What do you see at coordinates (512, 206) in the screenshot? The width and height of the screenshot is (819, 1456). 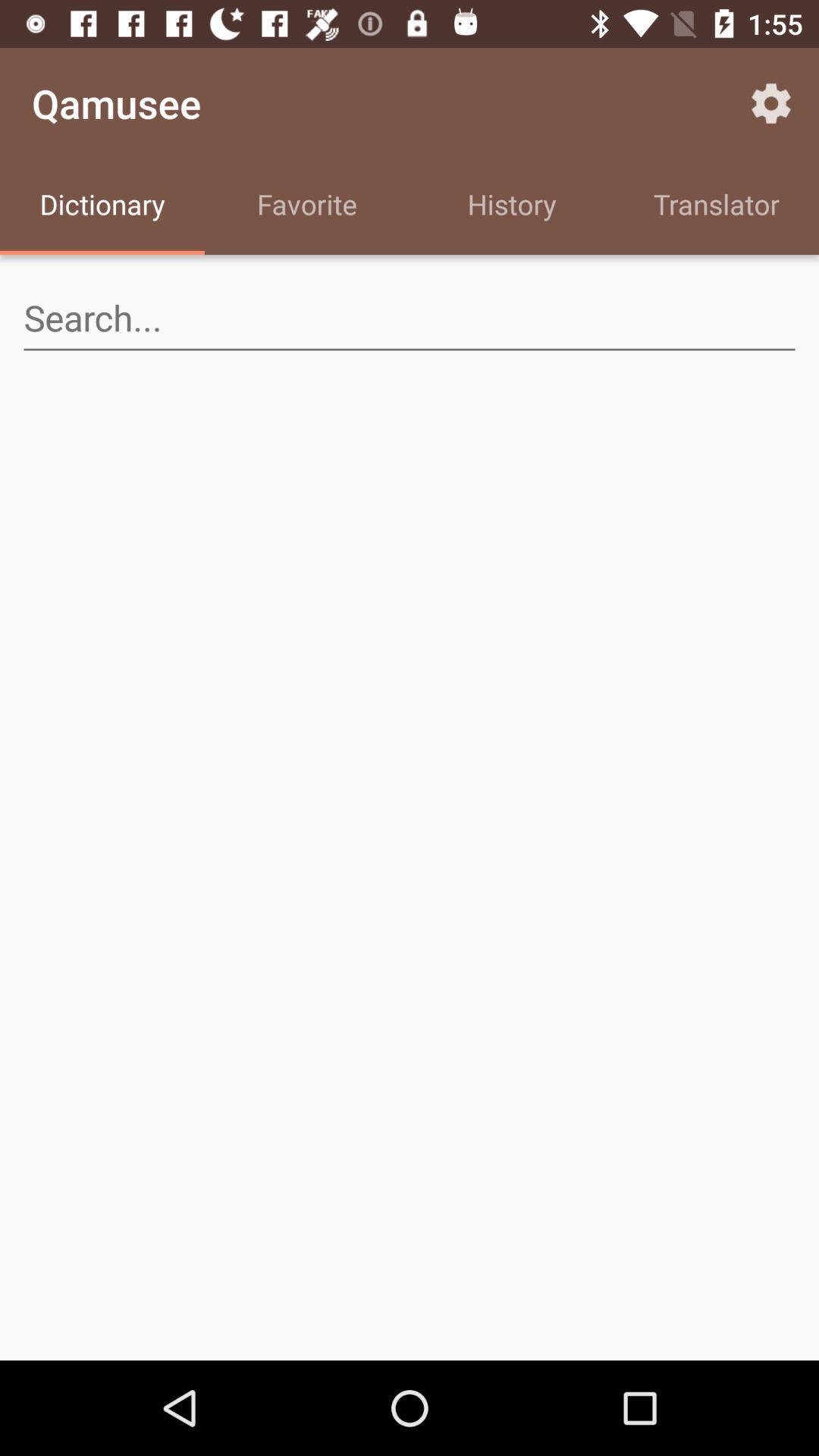 I see `history` at bounding box center [512, 206].